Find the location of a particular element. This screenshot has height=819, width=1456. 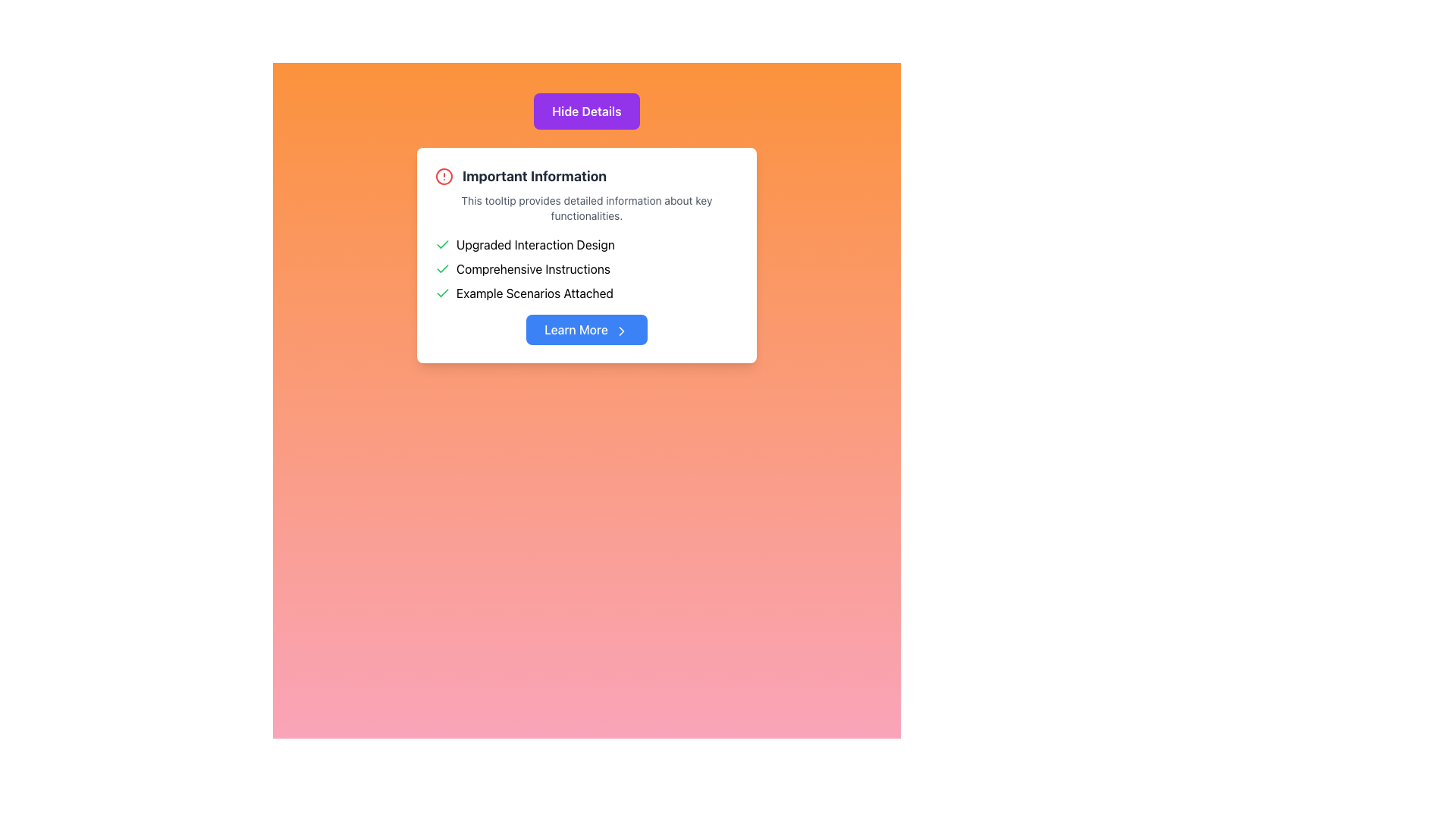

the green checkmark icon located to the left of the 'Comprehensive Instructions' text is located at coordinates (442, 268).